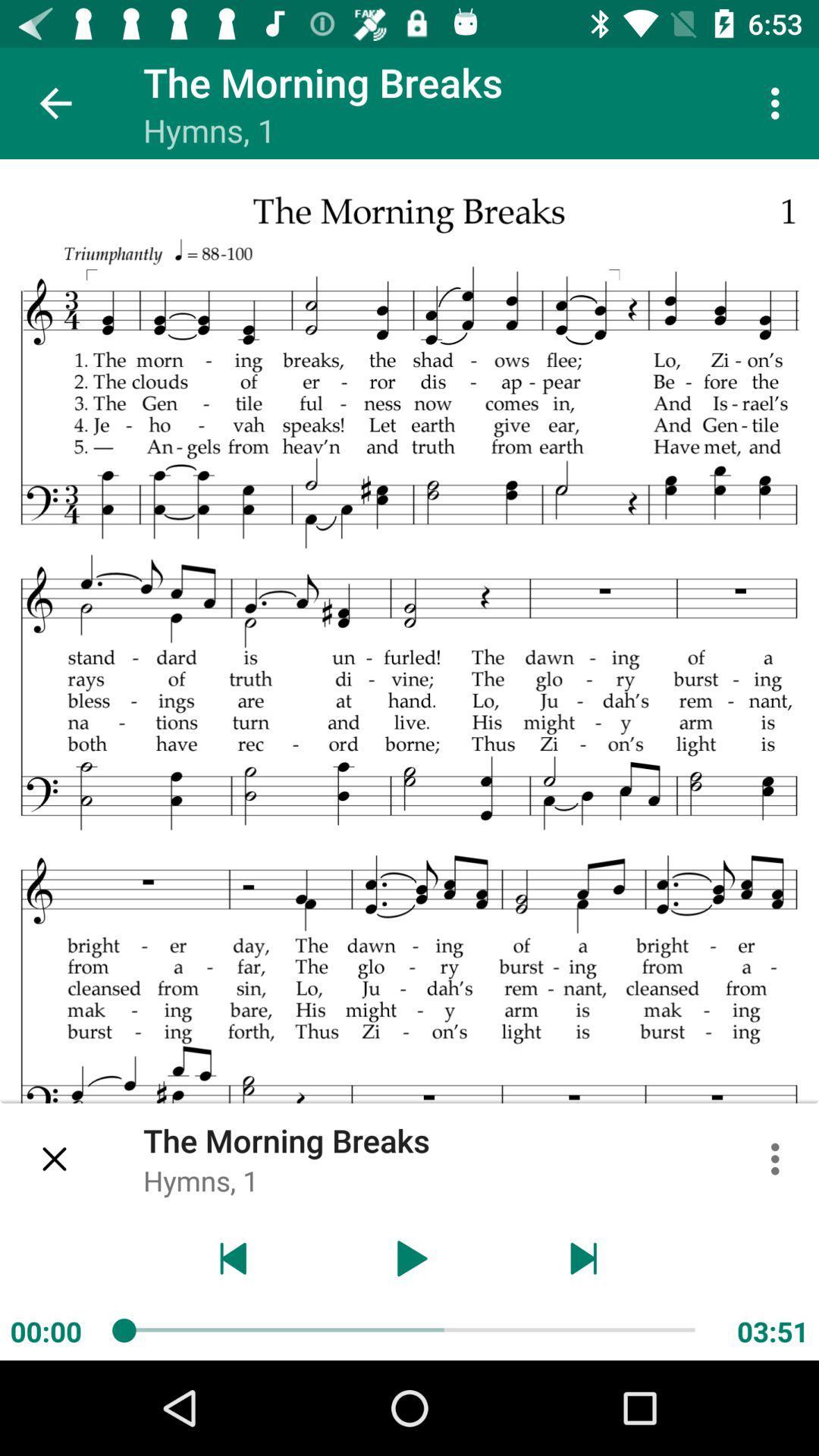 This screenshot has height=1456, width=819. I want to click on end, so click(584, 1258).